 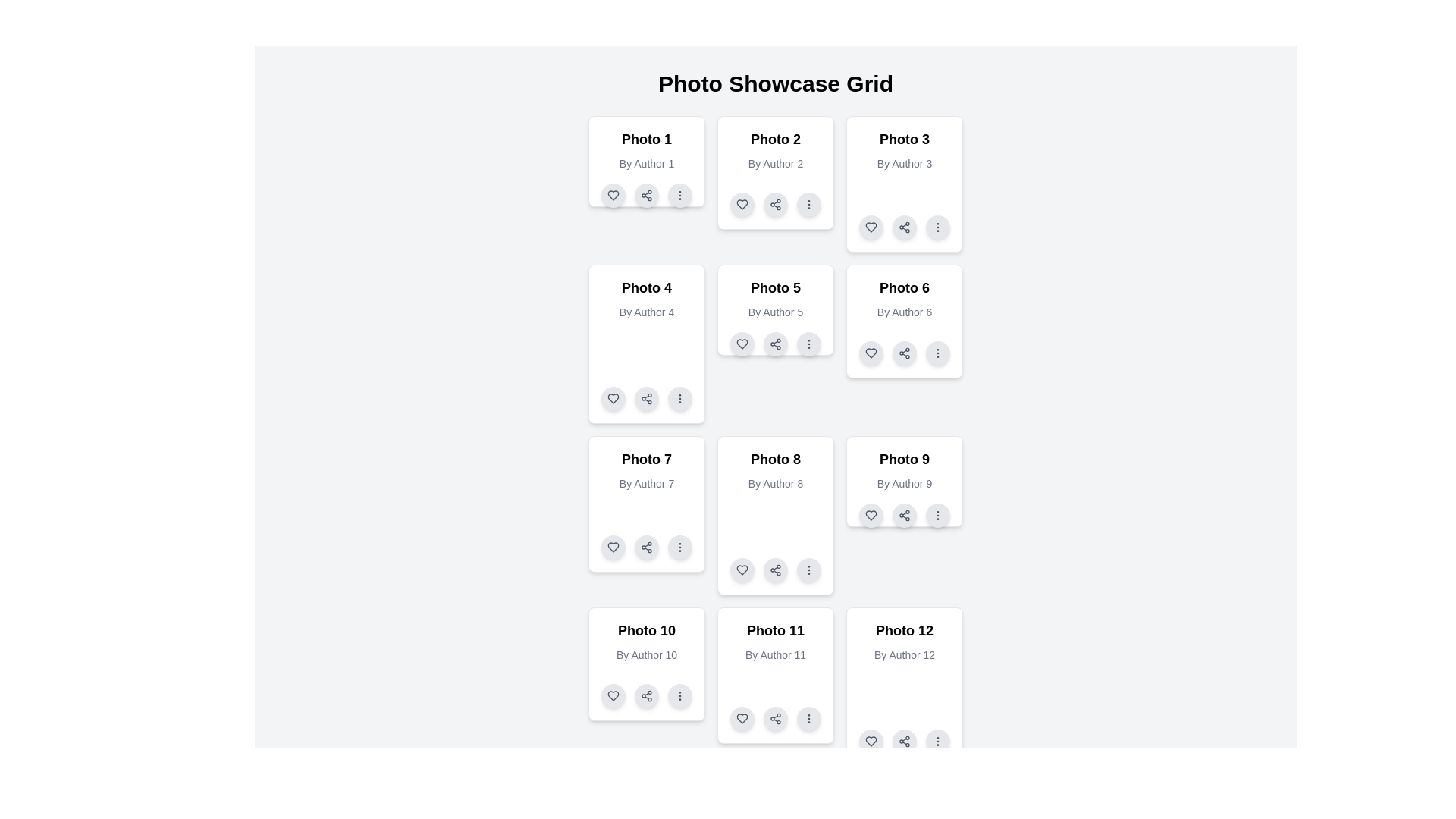 What do you see at coordinates (613, 195) in the screenshot?
I see `the leftmost button in the group of three interactive elements below the 'Photo 1' card` at bounding box center [613, 195].